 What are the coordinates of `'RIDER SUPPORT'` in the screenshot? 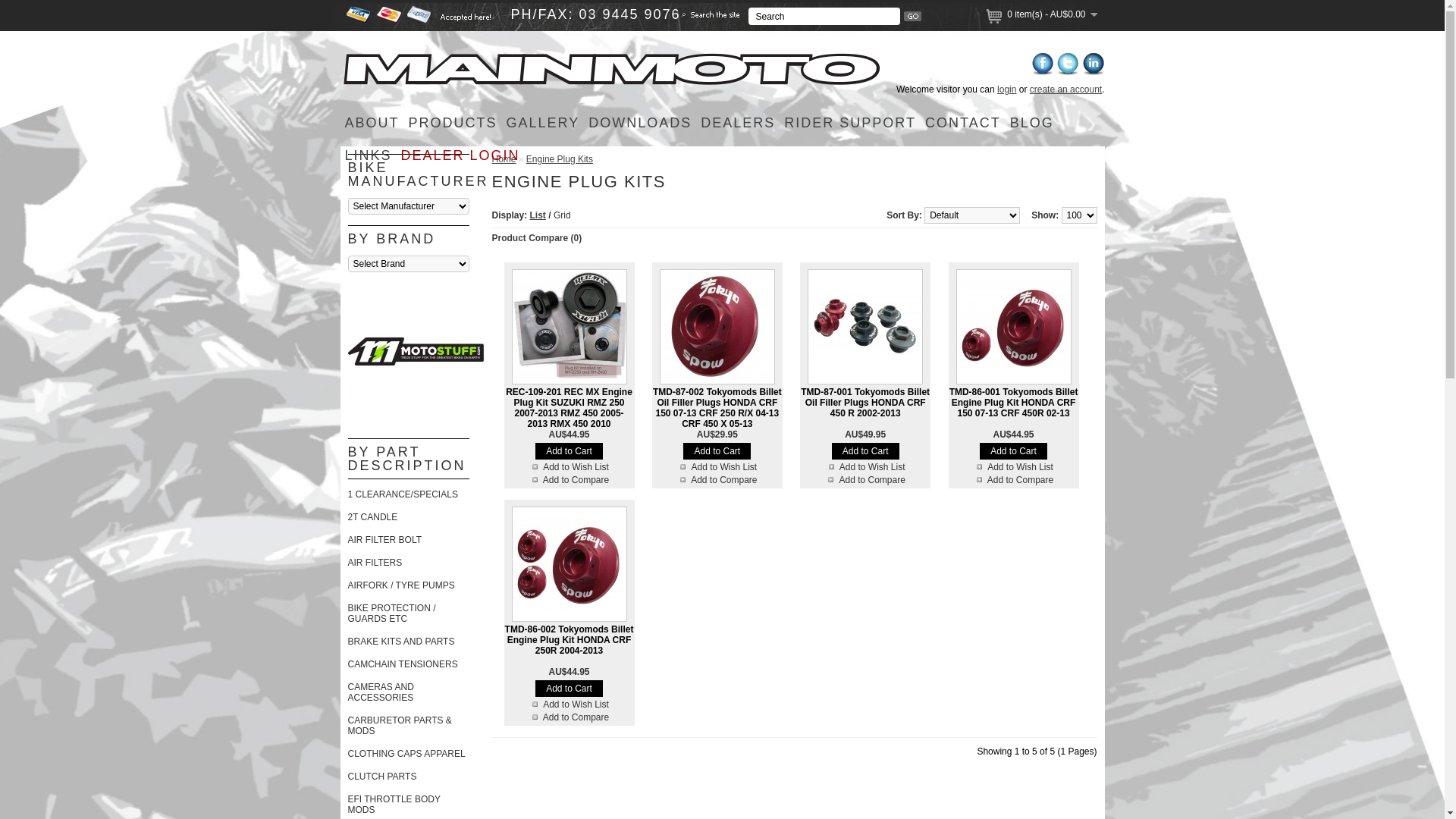 It's located at (850, 122).